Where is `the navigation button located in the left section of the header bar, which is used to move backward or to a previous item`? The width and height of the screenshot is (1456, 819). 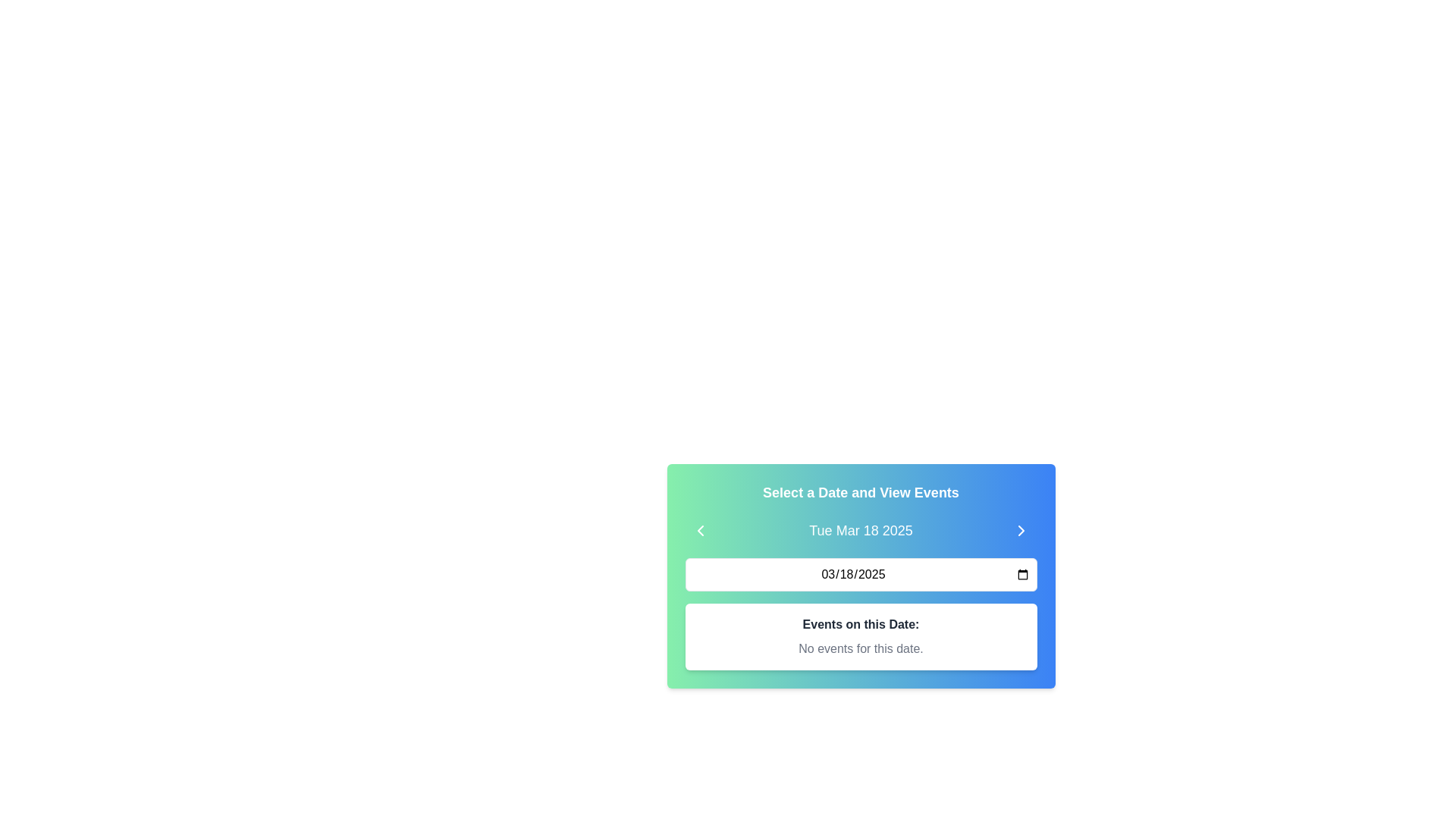
the navigation button located in the left section of the header bar, which is used to move backward or to a previous item is located at coordinates (699, 529).